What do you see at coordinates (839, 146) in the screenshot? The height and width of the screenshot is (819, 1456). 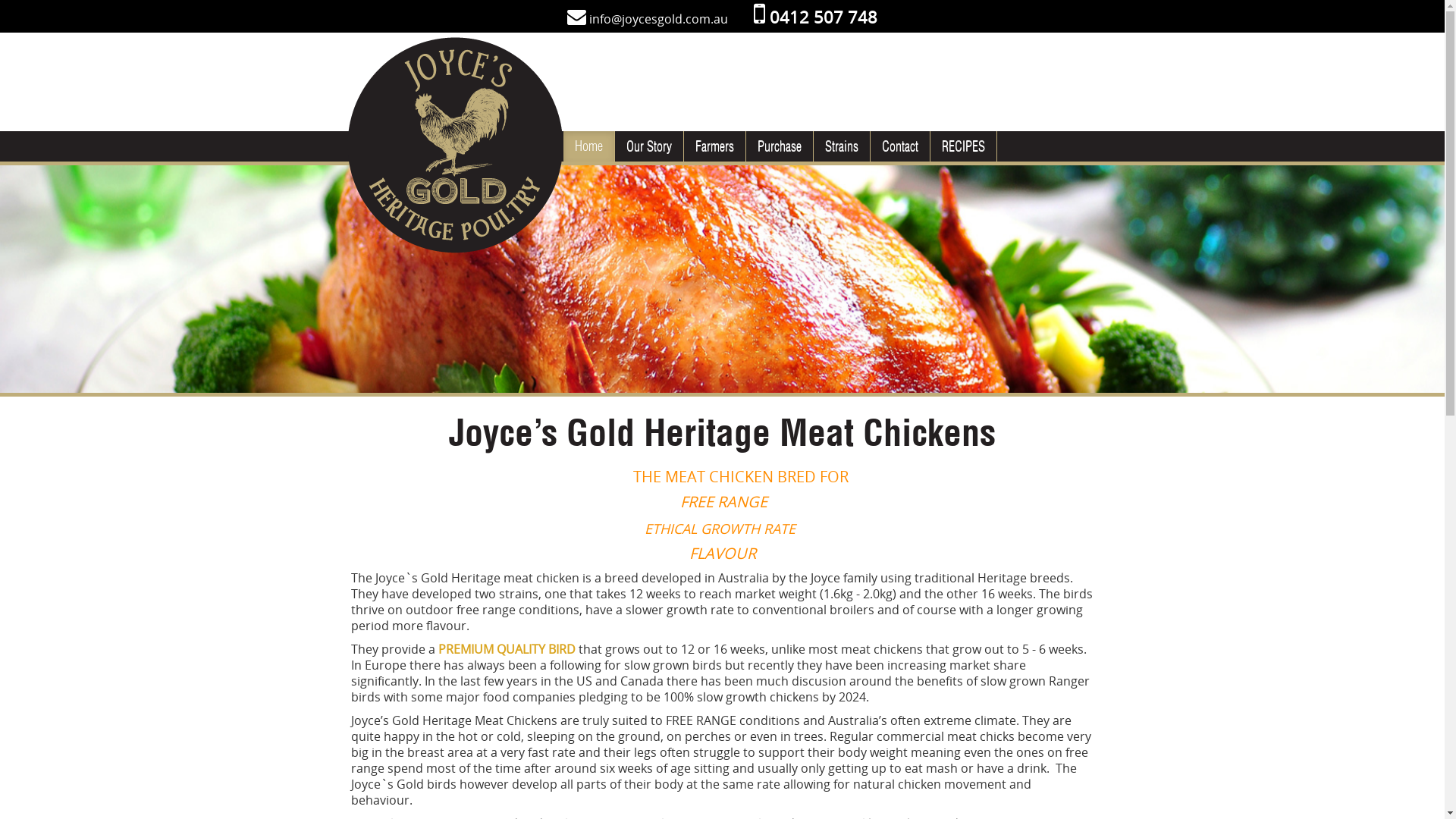 I see `'Strains'` at bounding box center [839, 146].